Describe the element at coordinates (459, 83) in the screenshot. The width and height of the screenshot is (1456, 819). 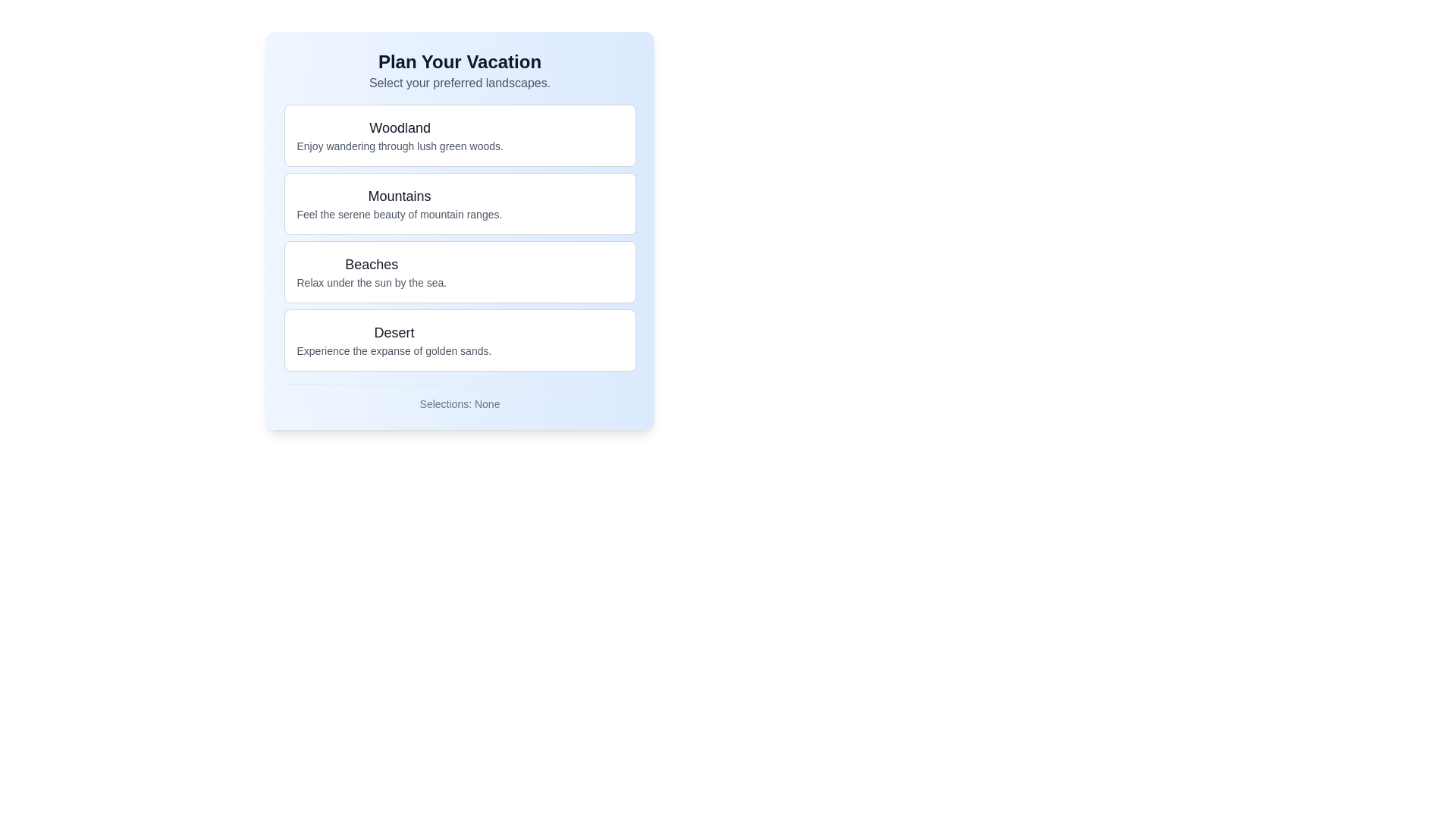
I see `text label that says 'Select your preferred landscapes.' which is styled in gray font and located below the header 'Plan Your Vacation.'` at that location.